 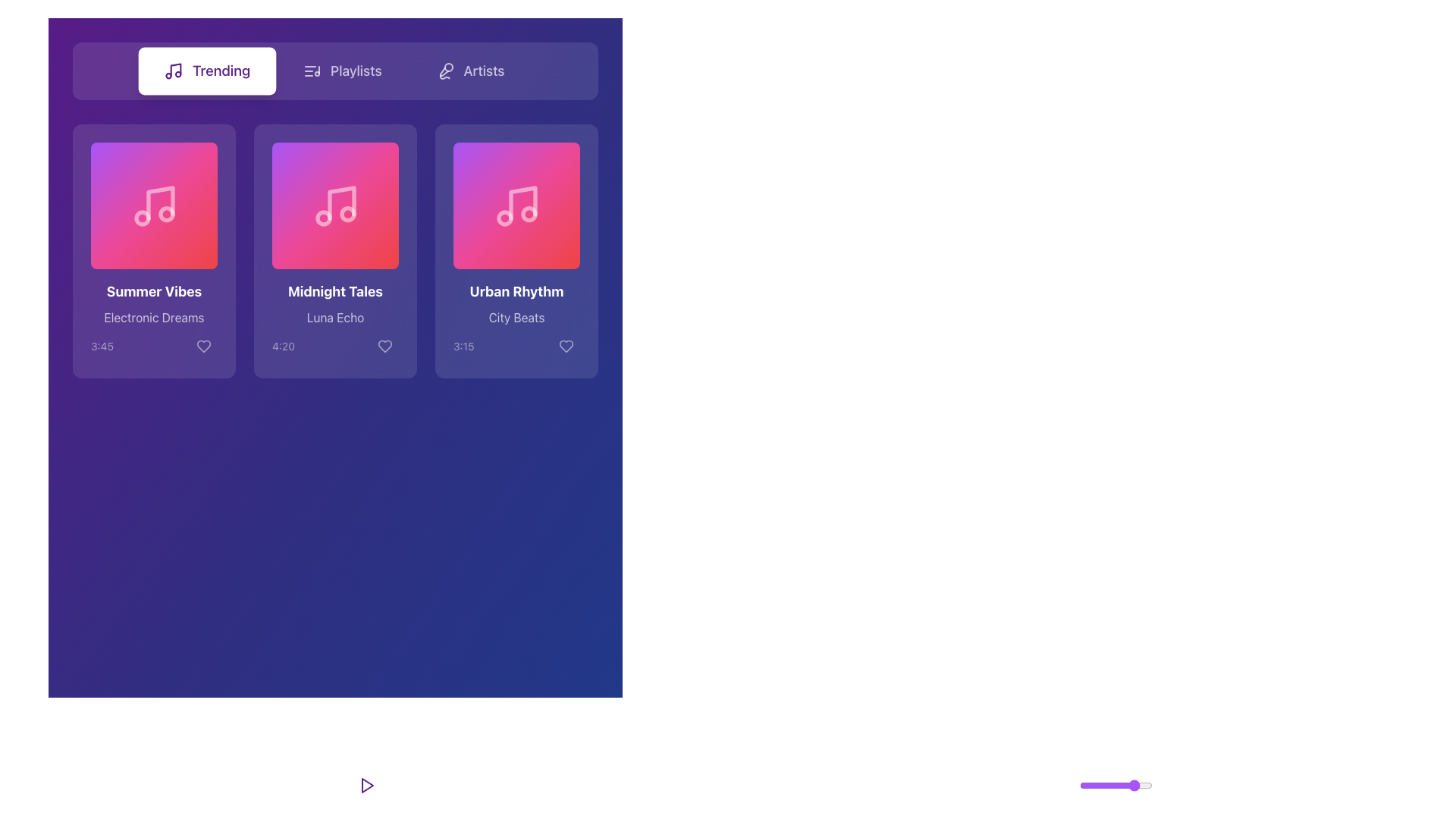 I want to click on the play button icon located at the bottom center of the interface to initiate media playback or trigger a related action, so click(x=367, y=785).